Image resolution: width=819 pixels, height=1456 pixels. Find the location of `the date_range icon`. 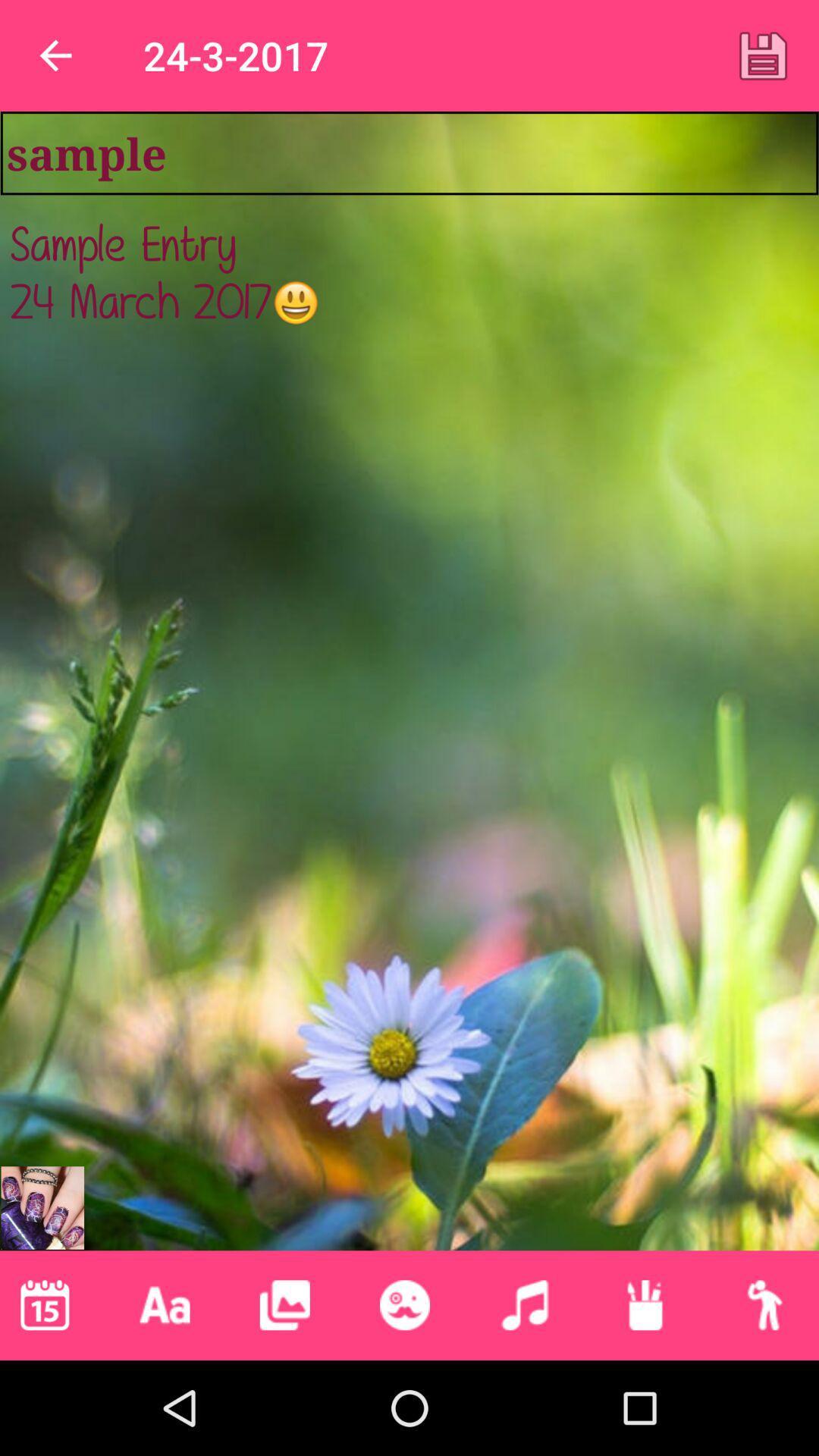

the date_range icon is located at coordinates (44, 1304).